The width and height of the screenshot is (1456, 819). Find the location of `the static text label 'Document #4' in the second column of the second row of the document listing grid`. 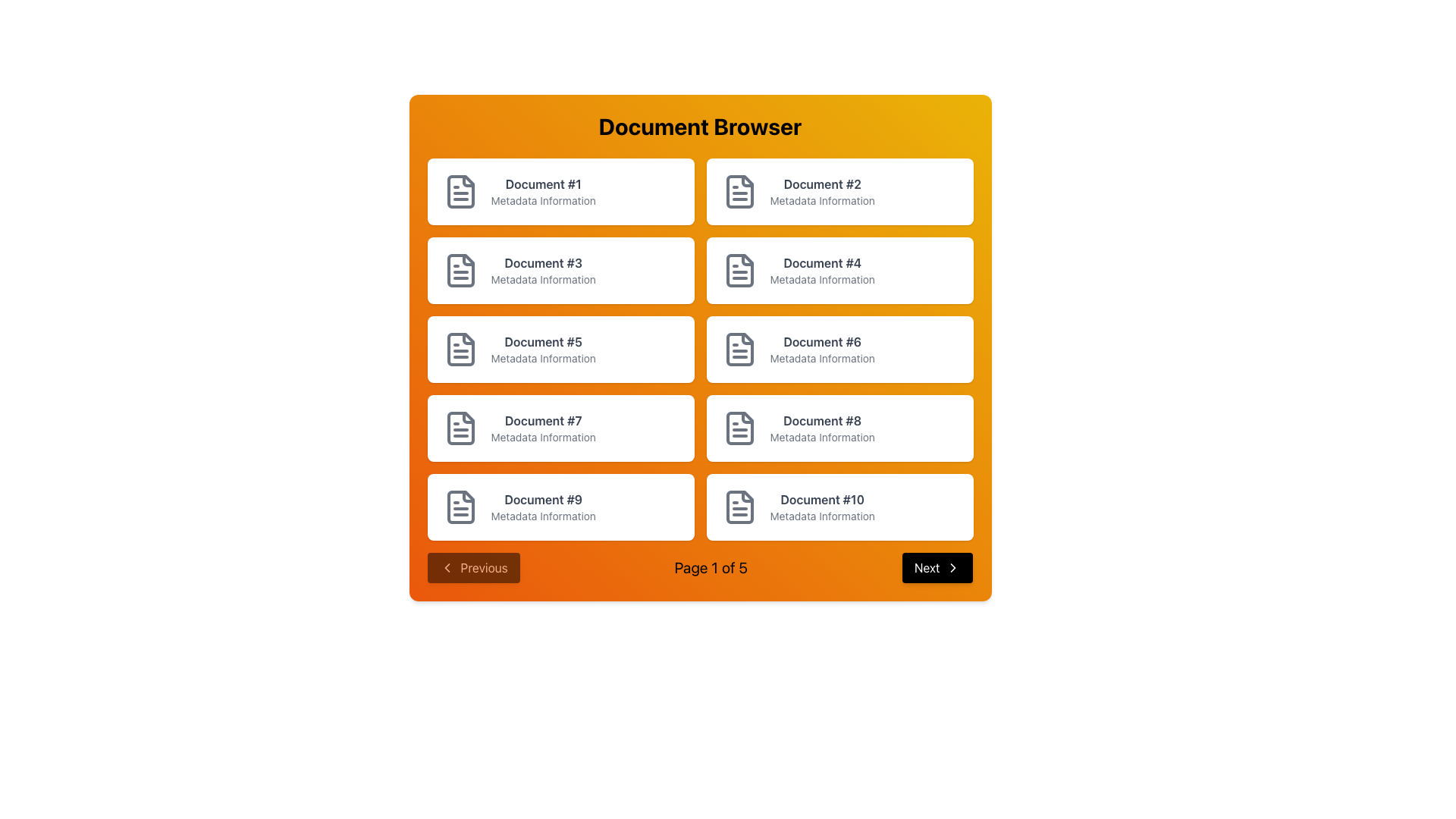

the static text label 'Document #4' in the second column of the second row of the document listing grid is located at coordinates (821, 262).